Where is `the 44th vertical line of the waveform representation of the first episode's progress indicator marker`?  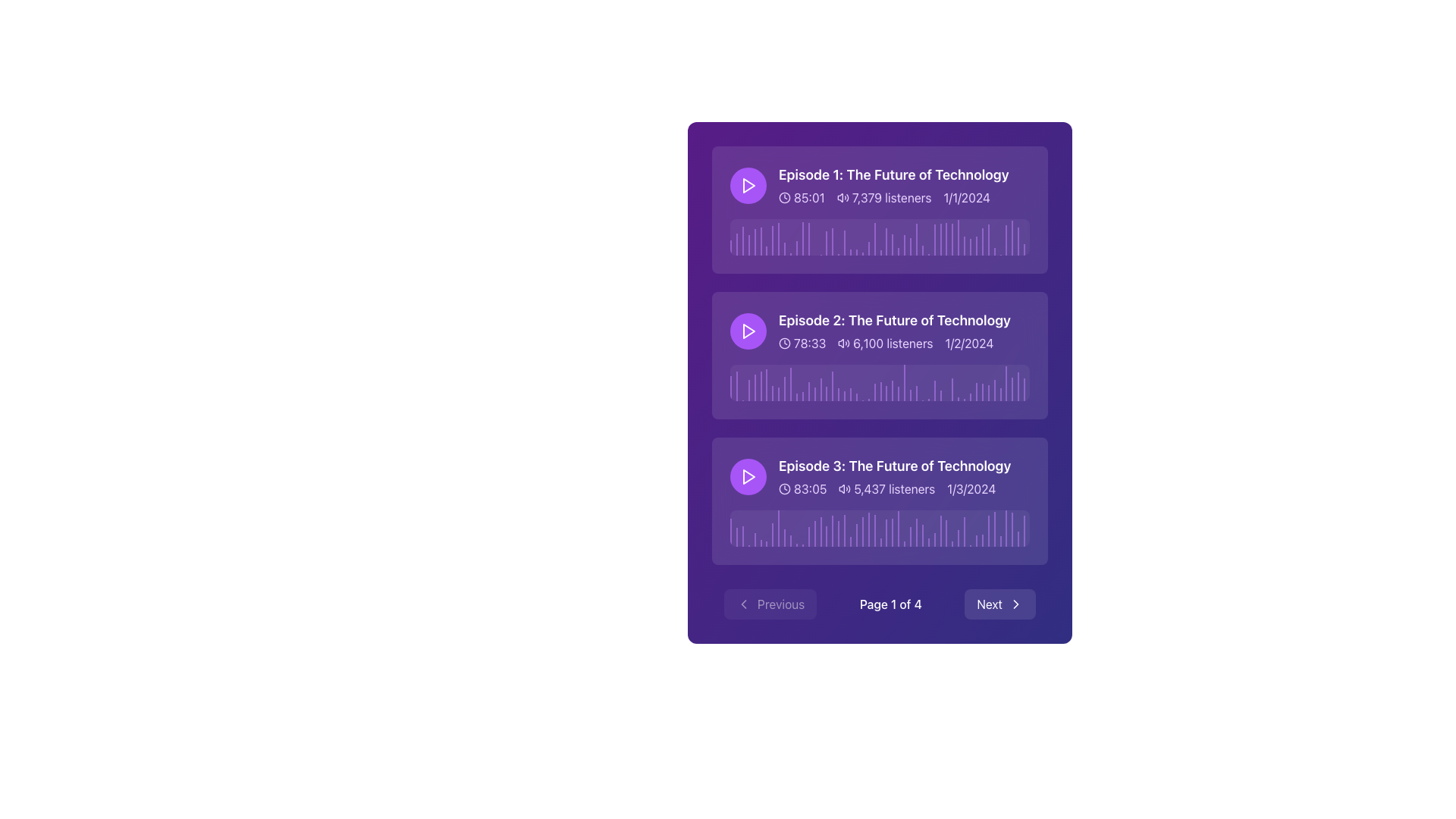 the 44th vertical line of the waveform representation of the first episode's progress indicator marker is located at coordinates (994, 250).